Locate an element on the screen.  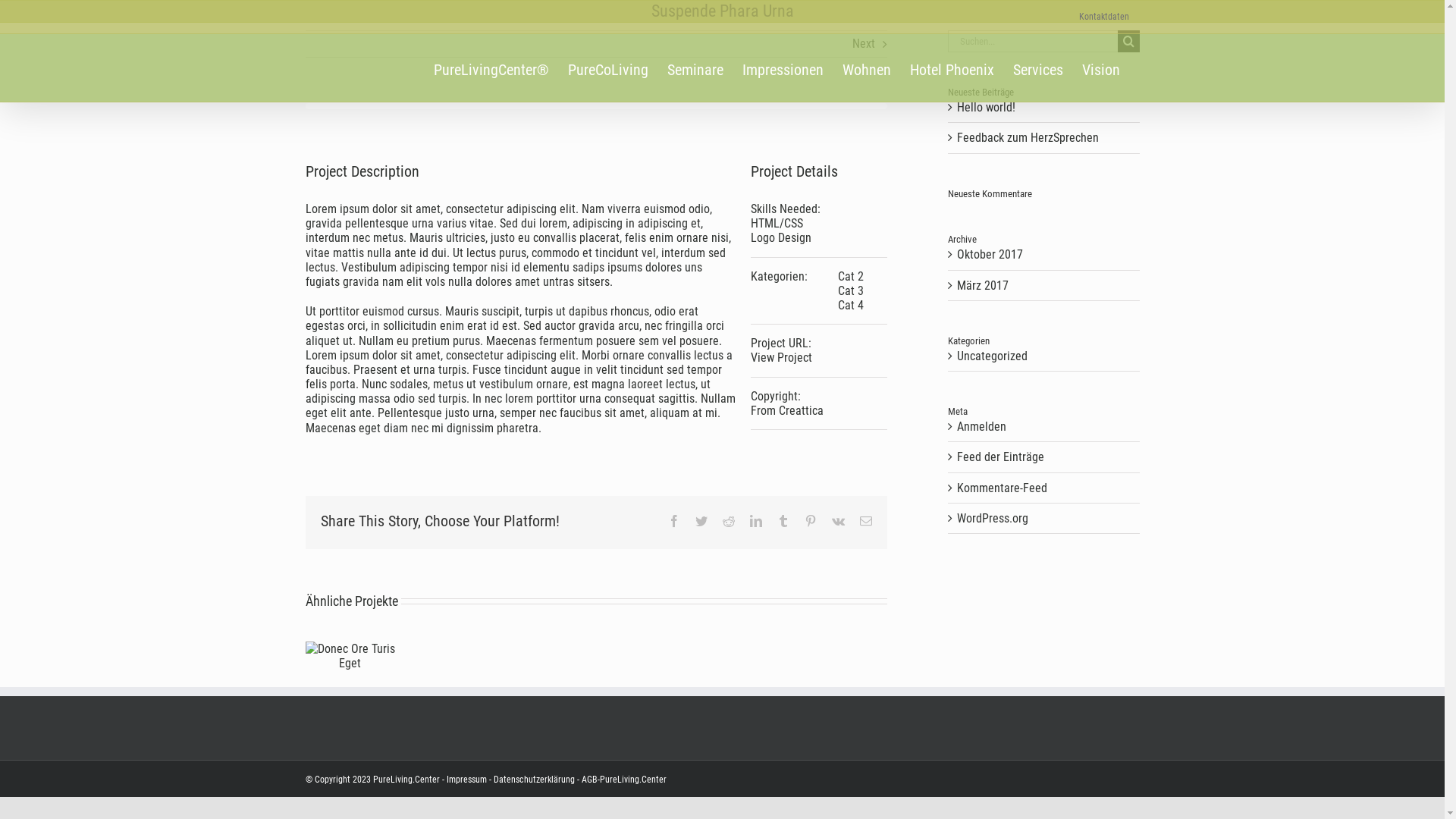
'Logo Design' is located at coordinates (781, 237).